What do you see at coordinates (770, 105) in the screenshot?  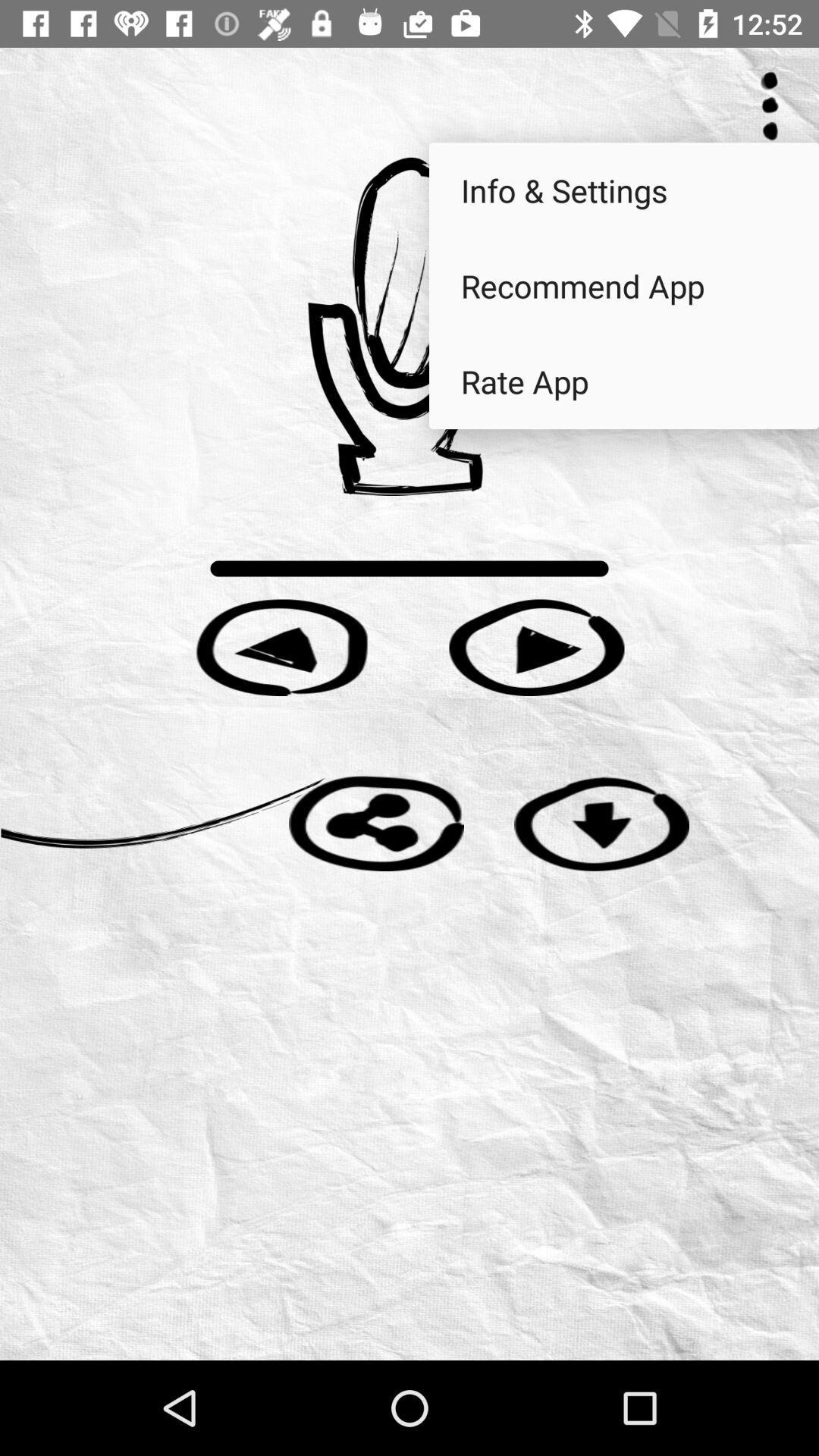 I see `open settings` at bounding box center [770, 105].